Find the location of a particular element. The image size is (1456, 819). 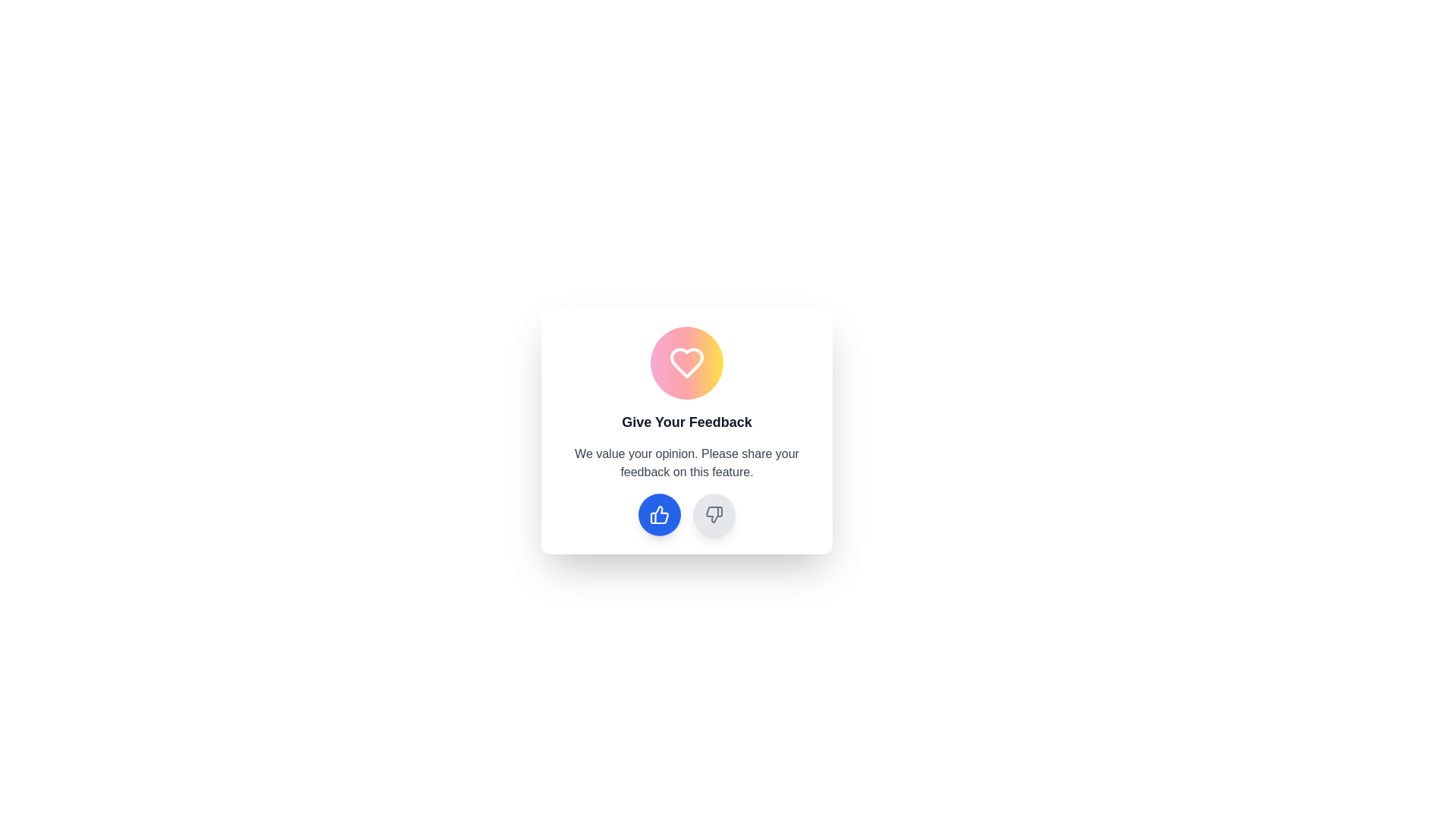

the heart-shaped icon outlined in white, which is centrally positioned within a circular gradient background is located at coordinates (686, 362).